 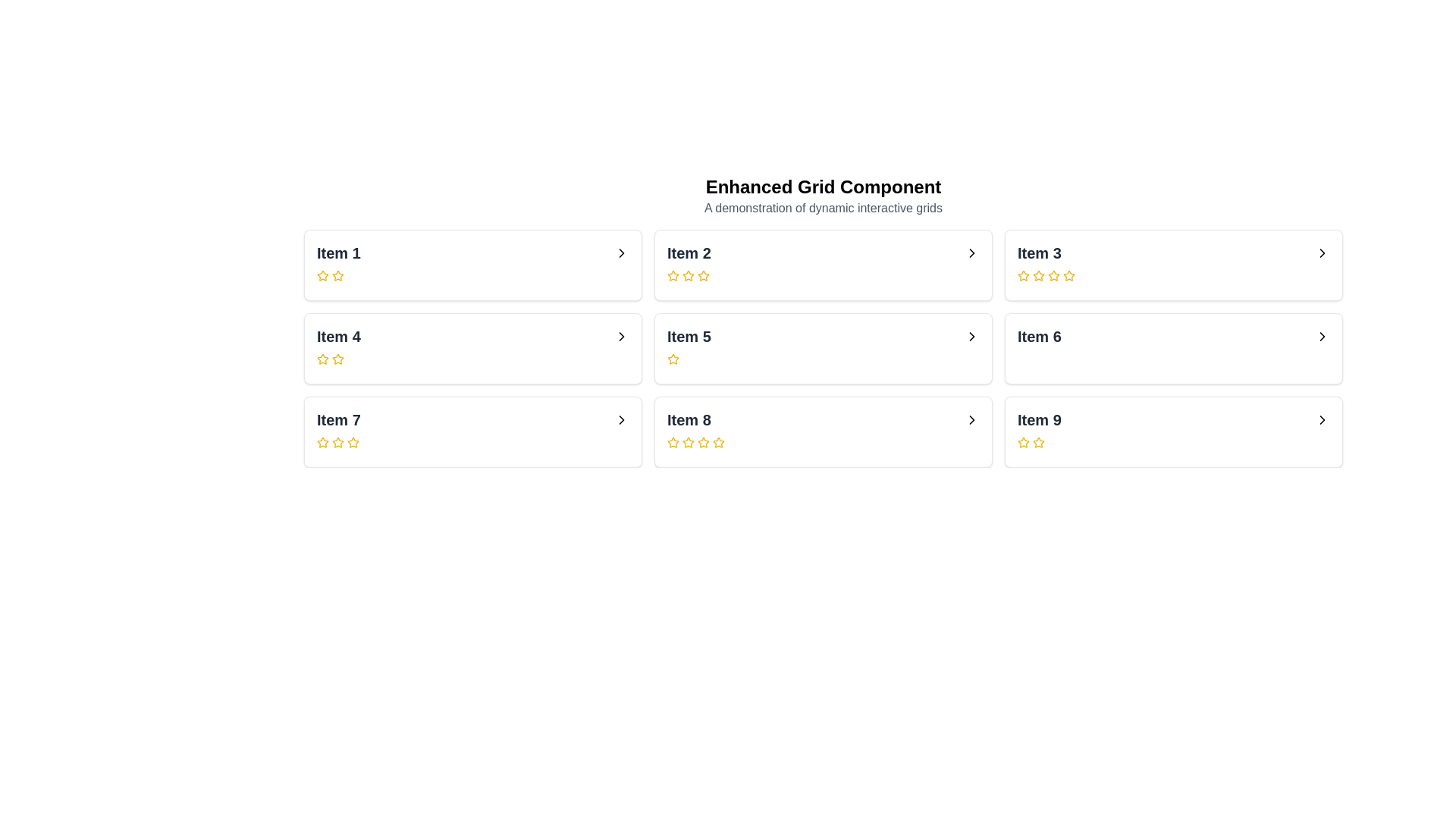 What do you see at coordinates (1037, 441) in the screenshot?
I see `the star-shaped icon with an outlined design and yellow color located in the bottom-right card labeled 'Item 9'` at bounding box center [1037, 441].